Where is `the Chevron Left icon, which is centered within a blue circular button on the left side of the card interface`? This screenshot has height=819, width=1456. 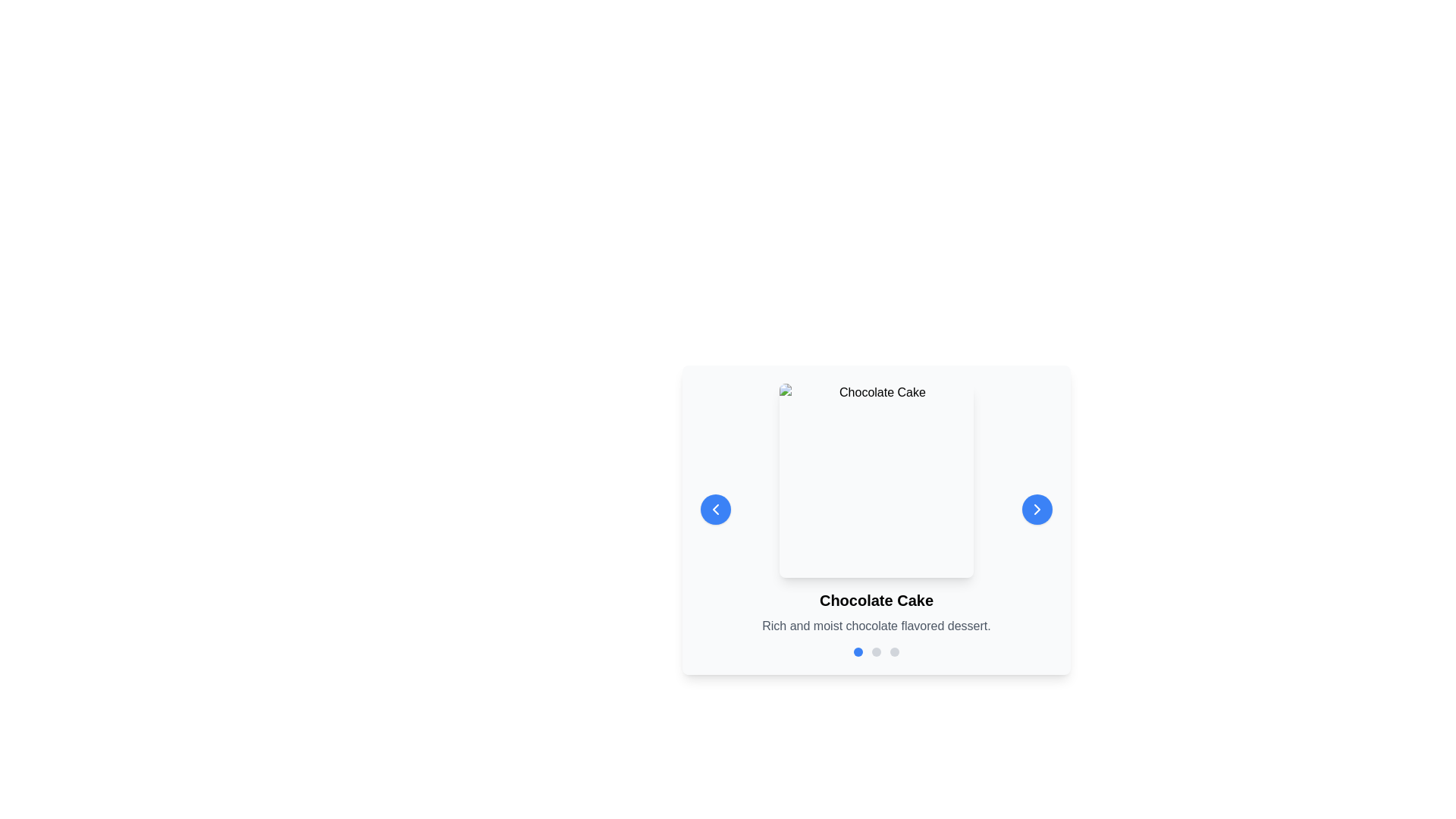 the Chevron Left icon, which is centered within a blue circular button on the left side of the card interface is located at coordinates (715, 509).